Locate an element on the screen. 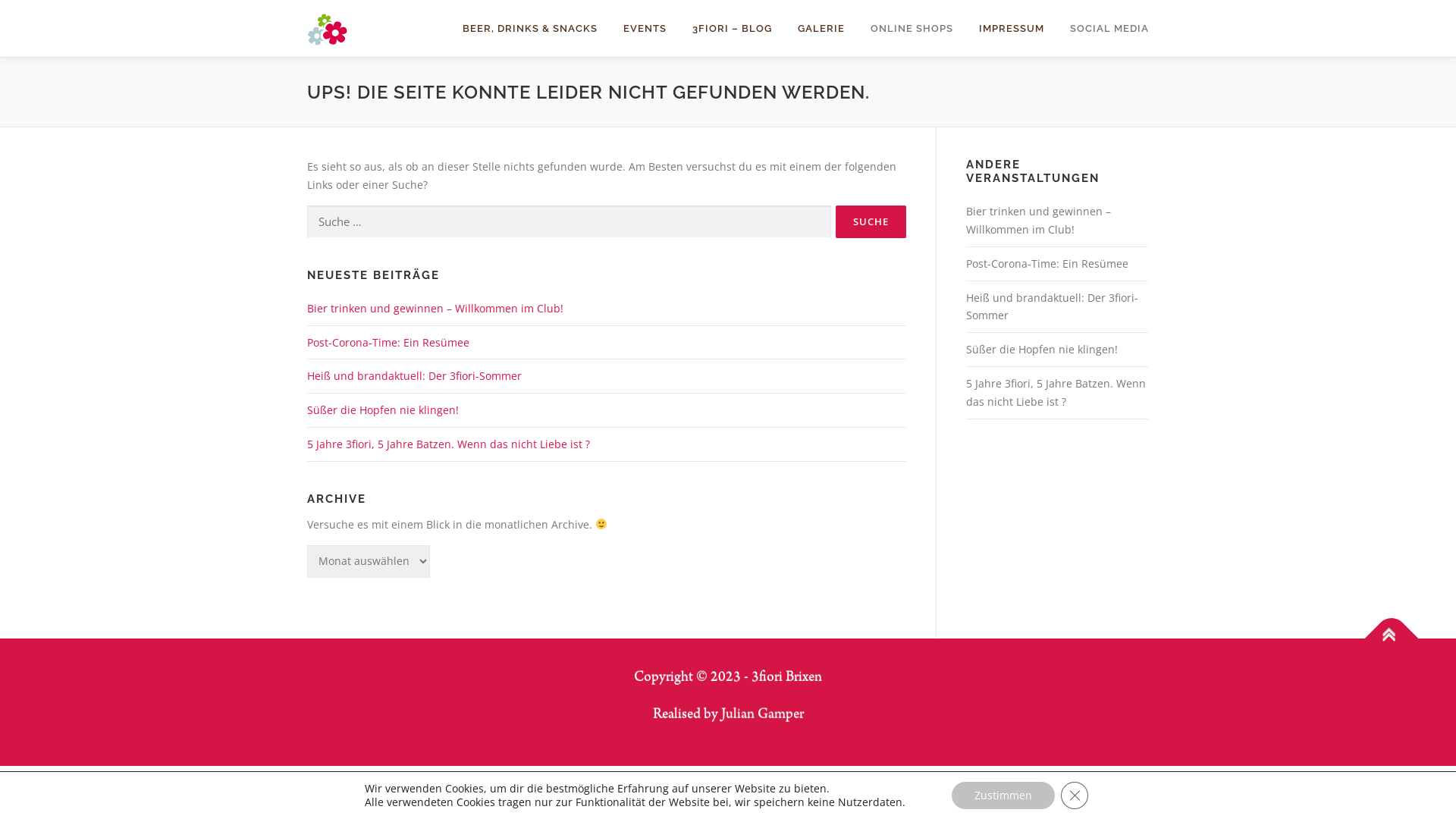  'Zustimmen' is located at coordinates (1003, 795).